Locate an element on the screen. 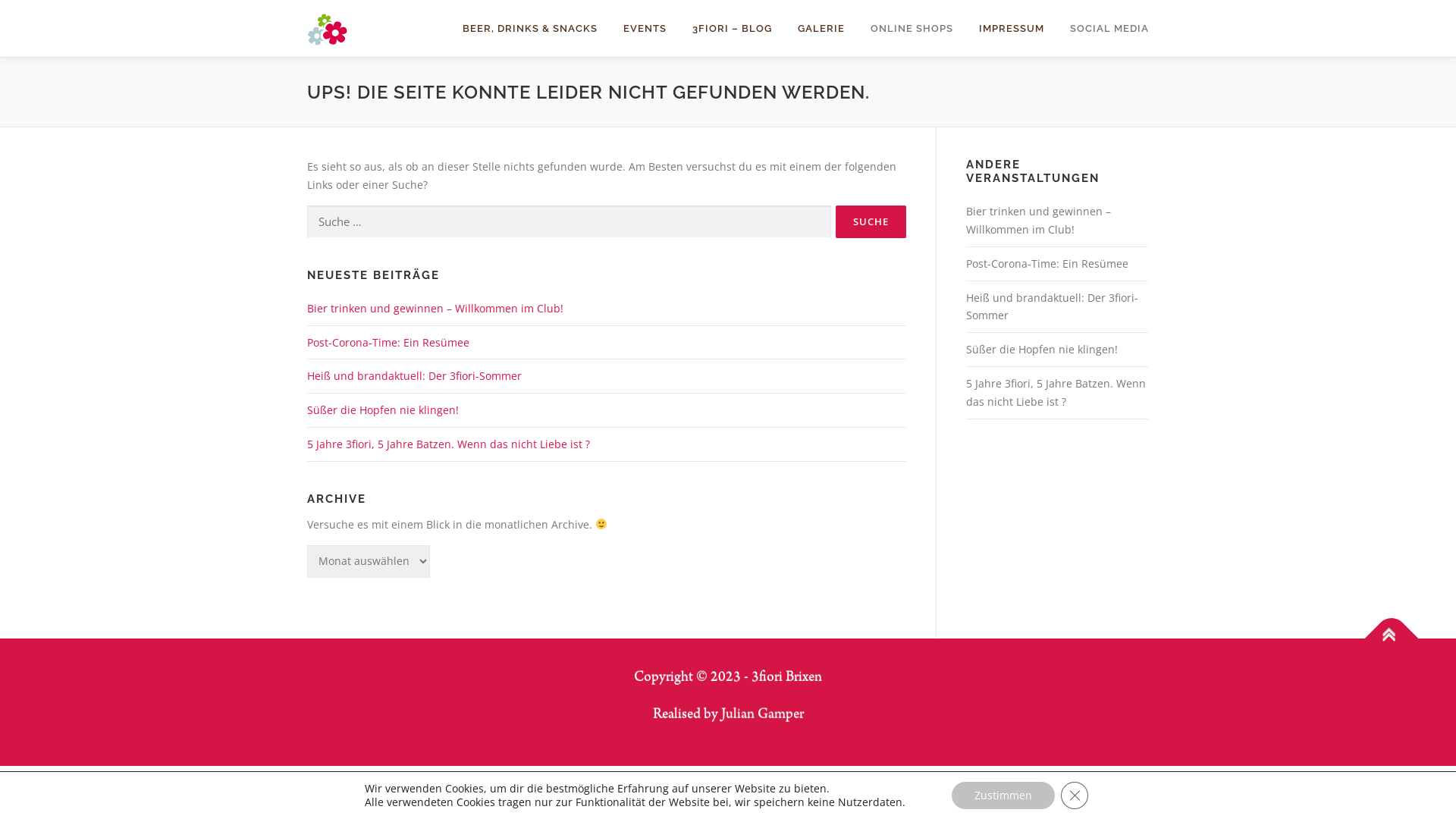  'Zustimmen' is located at coordinates (1003, 795).